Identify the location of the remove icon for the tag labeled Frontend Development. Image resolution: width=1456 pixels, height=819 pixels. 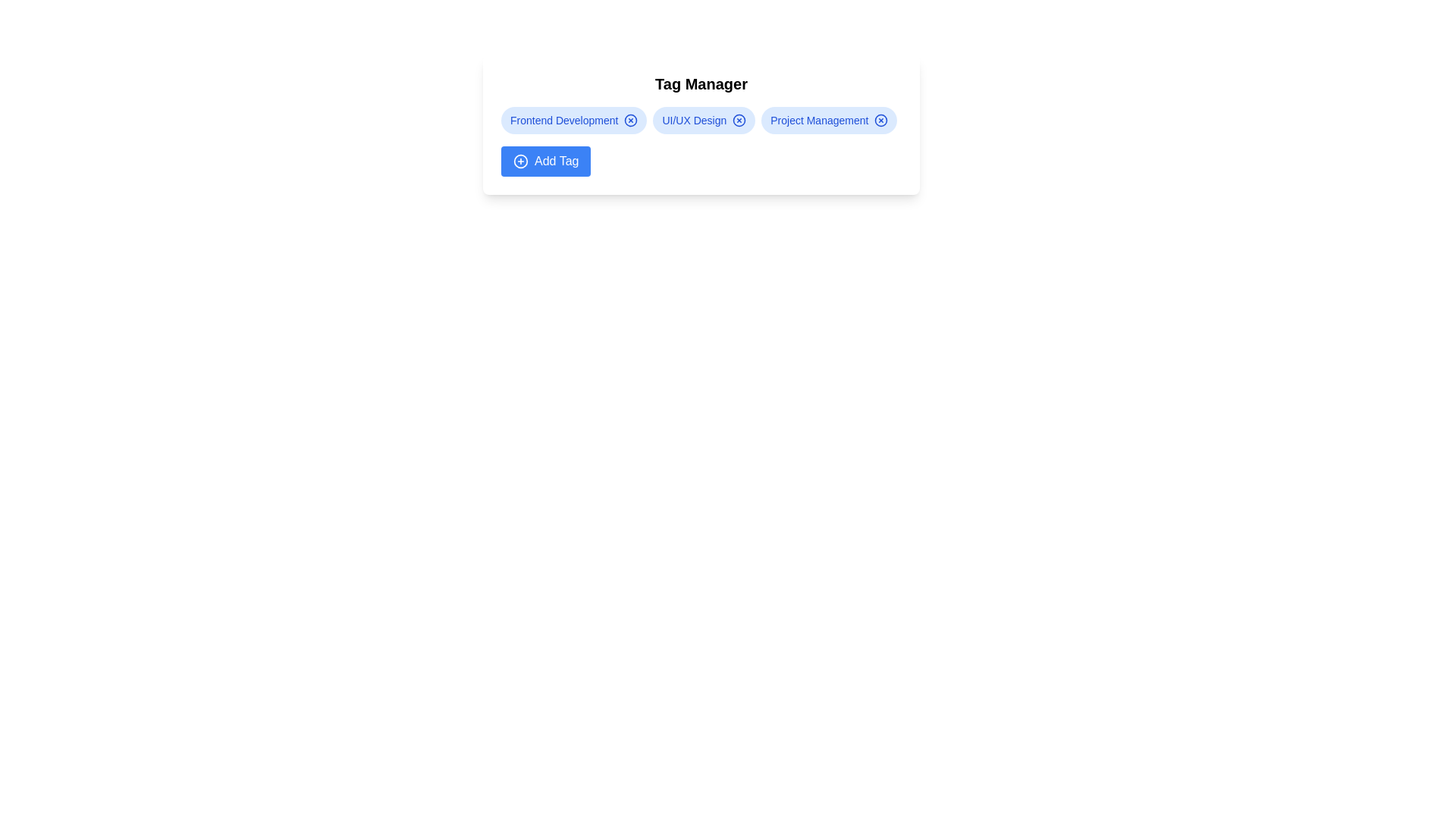
(631, 119).